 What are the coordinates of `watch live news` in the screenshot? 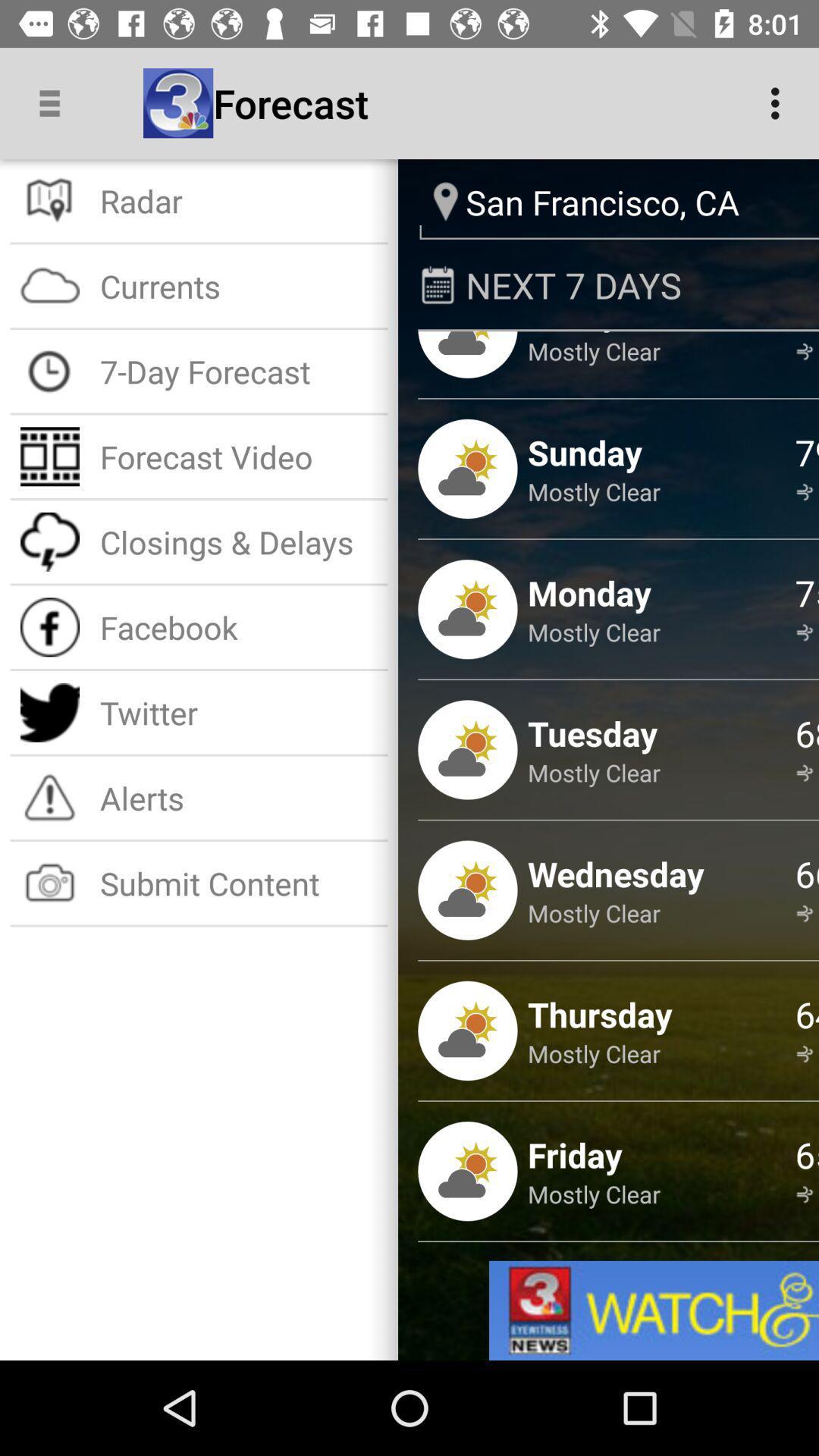 It's located at (653, 1310).